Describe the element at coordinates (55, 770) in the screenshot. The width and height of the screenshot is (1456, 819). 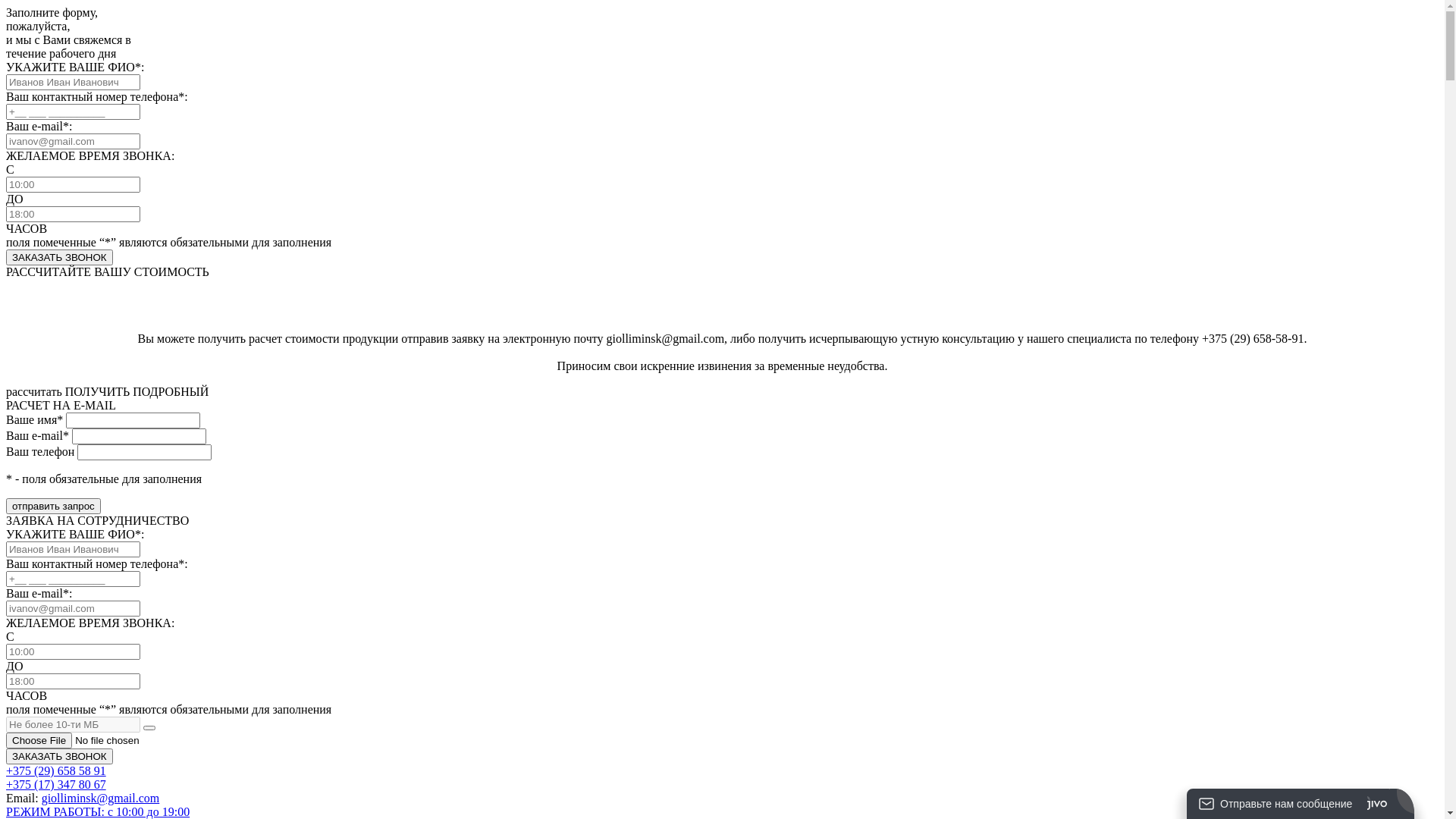
I see `'+375 (29) 658 58 91'` at that location.